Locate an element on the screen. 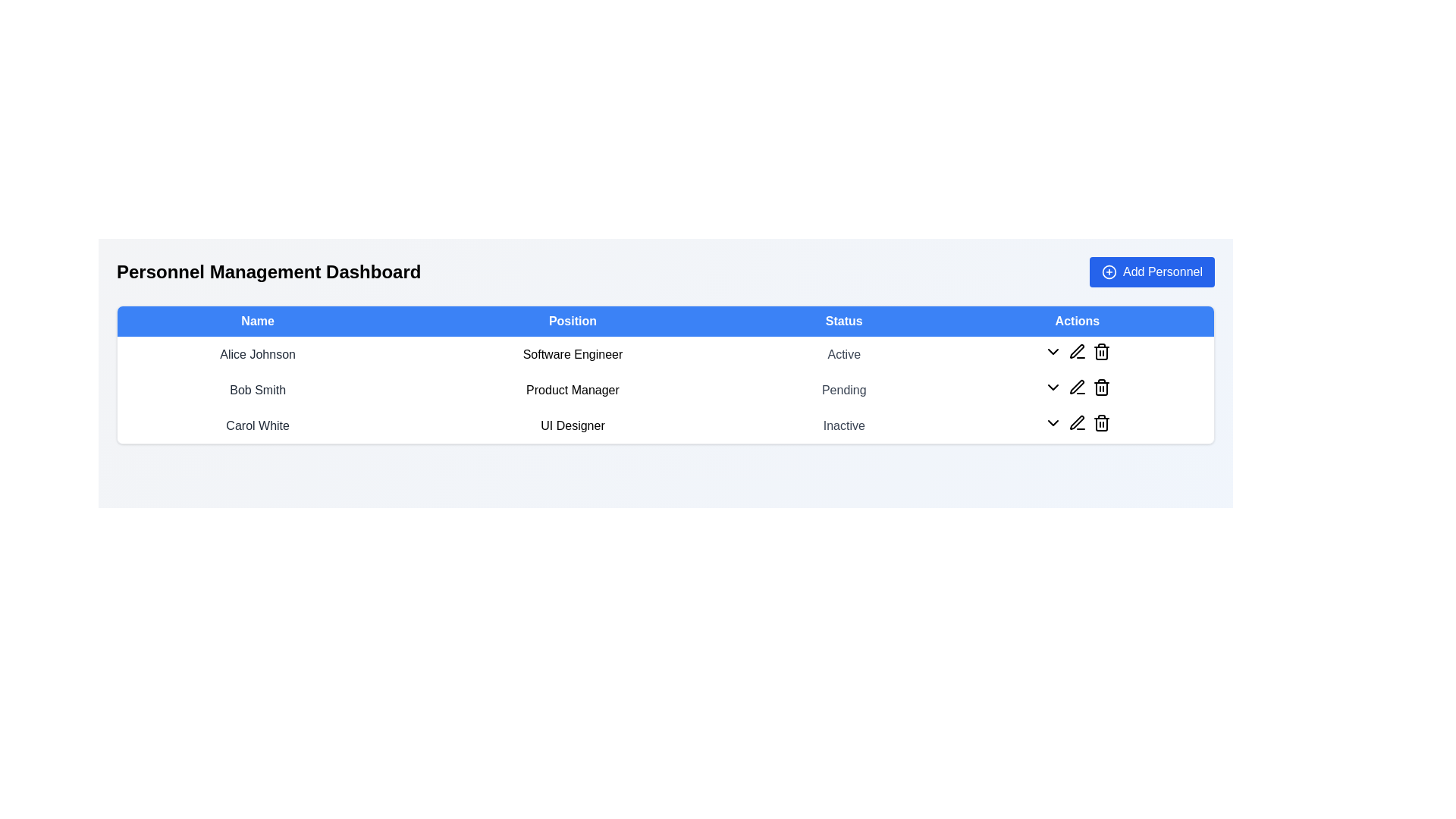 Image resolution: width=1456 pixels, height=819 pixels. the trash bin icon located in the third row under the 'Actions' column is located at coordinates (1101, 424).